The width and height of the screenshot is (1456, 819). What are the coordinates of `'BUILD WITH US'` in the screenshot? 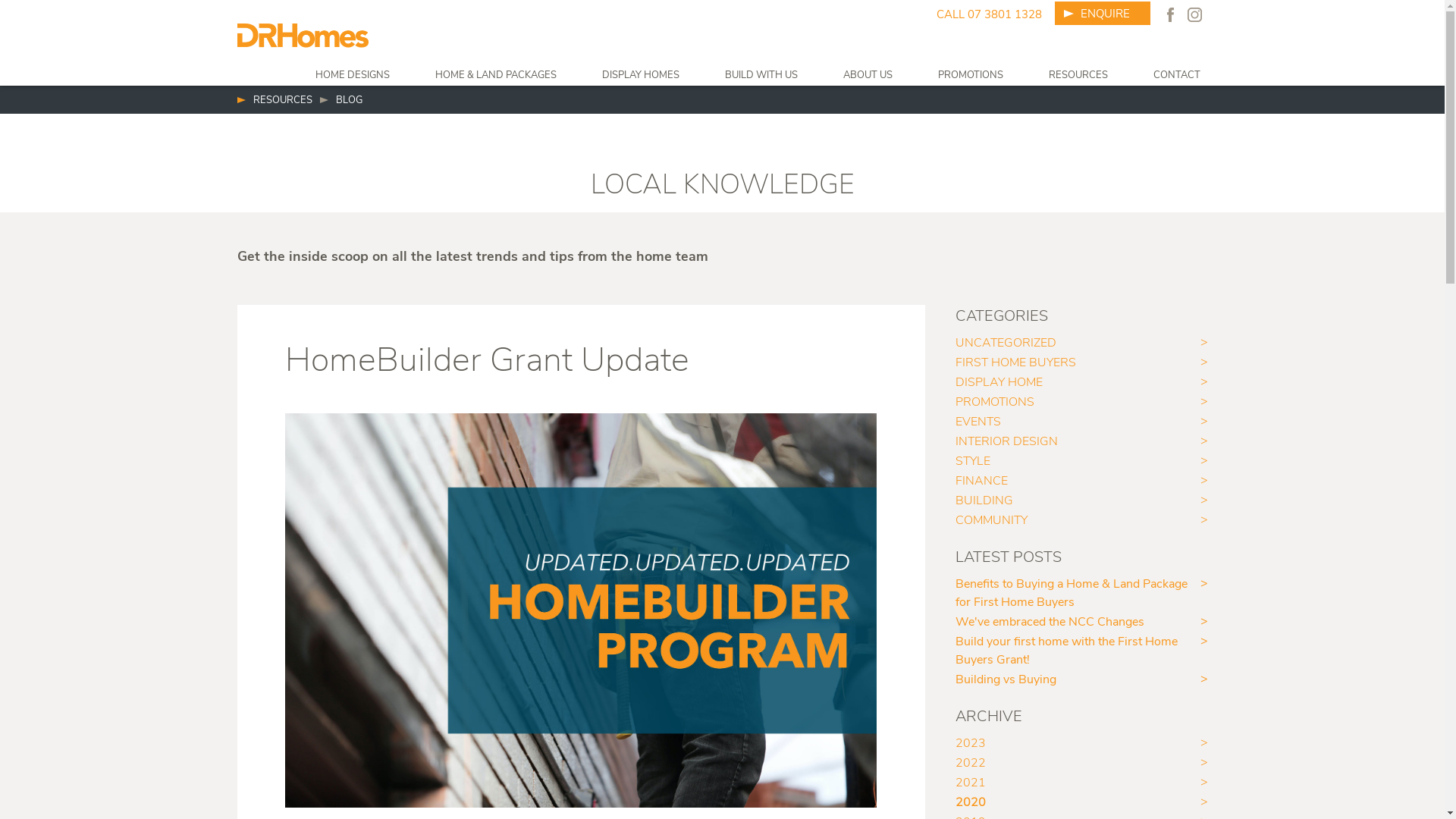 It's located at (761, 76).